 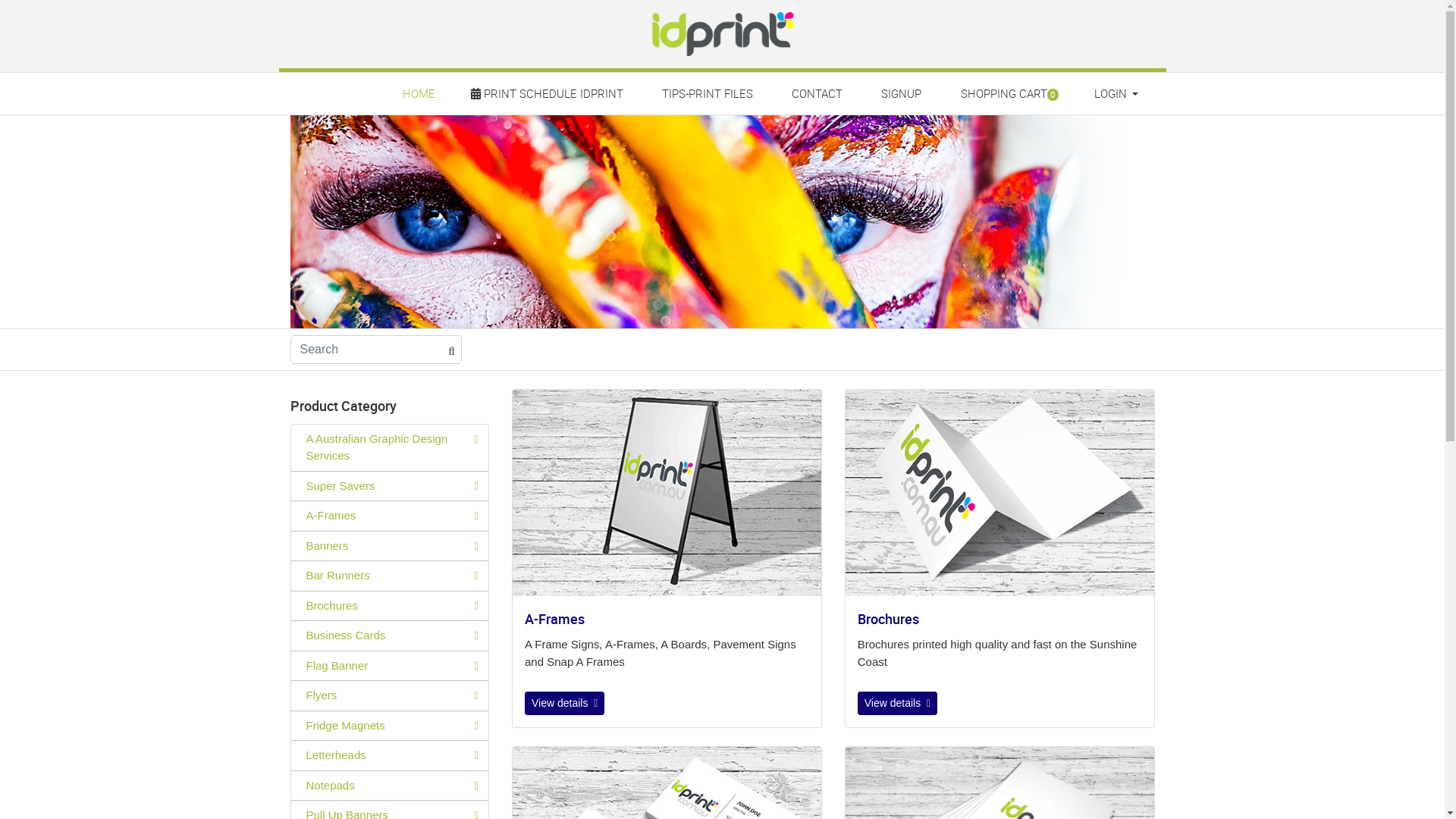 What do you see at coordinates (390, 725) in the screenshot?
I see `'Fridge Magnets'` at bounding box center [390, 725].